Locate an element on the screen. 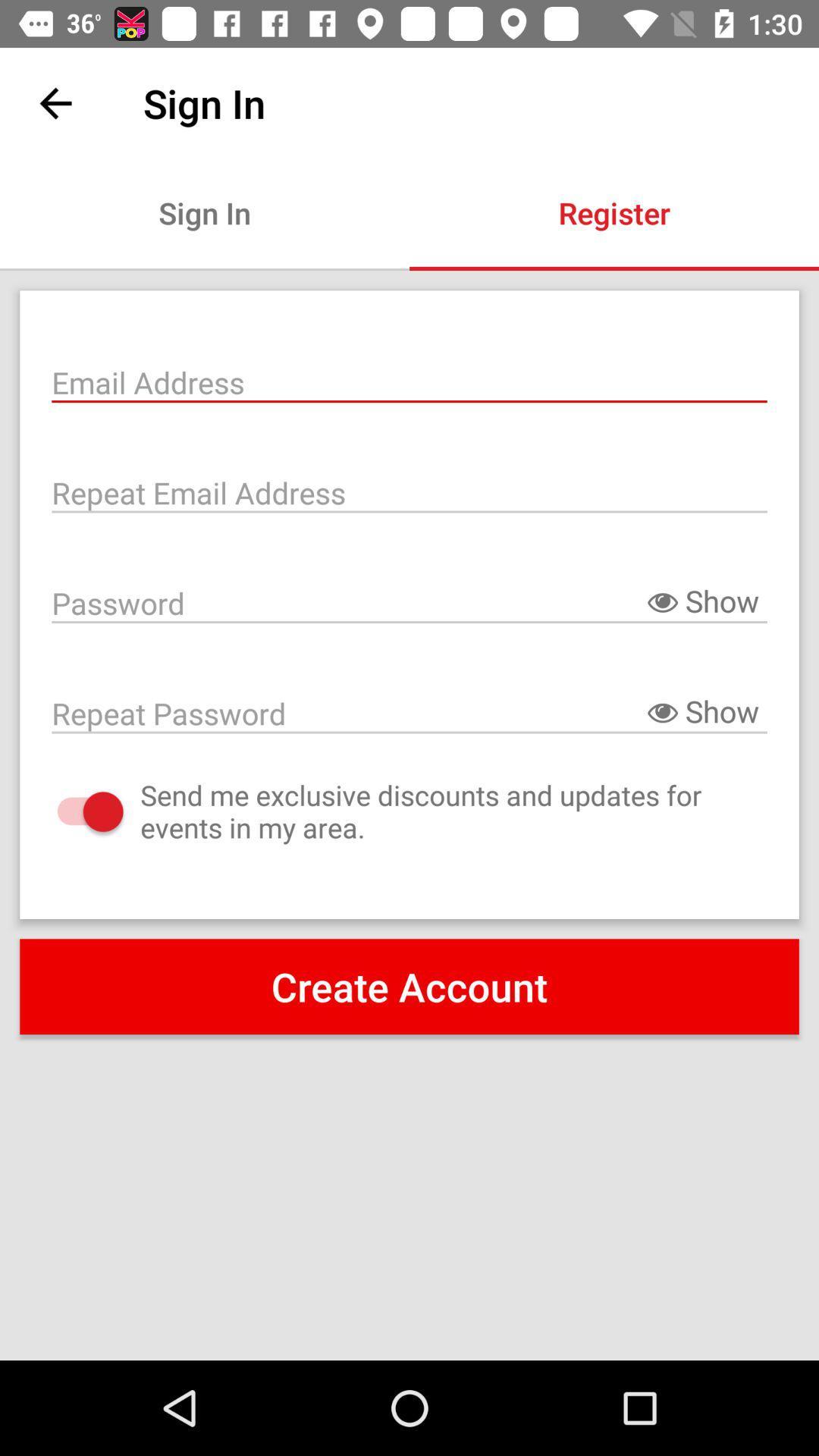 This screenshot has height=1456, width=819. item next to the sign in icon is located at coordinates (614, 212).